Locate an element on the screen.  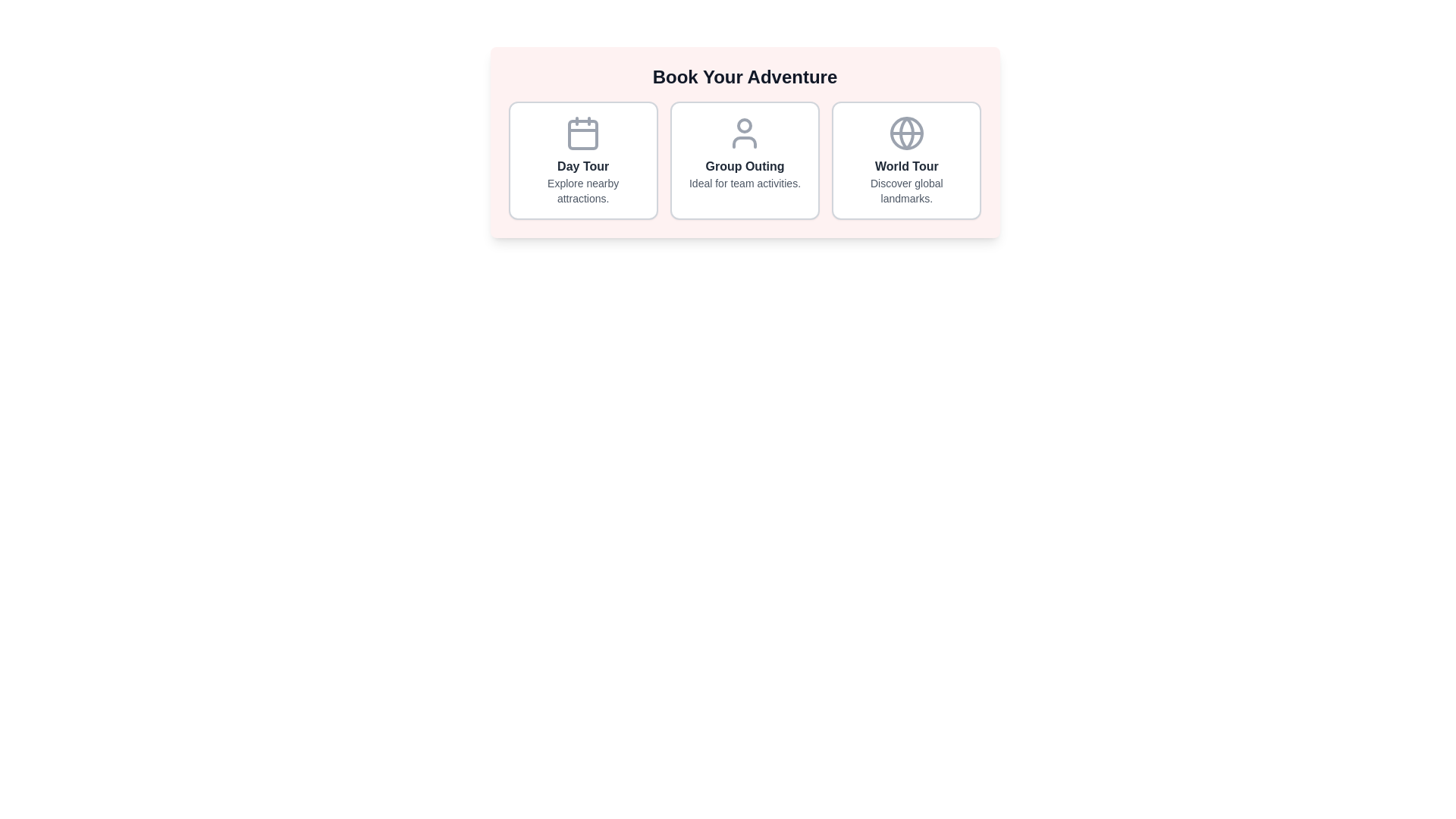
the calendar icon in the 'Day Tour' section, which is located in the leftmost panel of a three-panel layout is located at coordinates (582, 133).